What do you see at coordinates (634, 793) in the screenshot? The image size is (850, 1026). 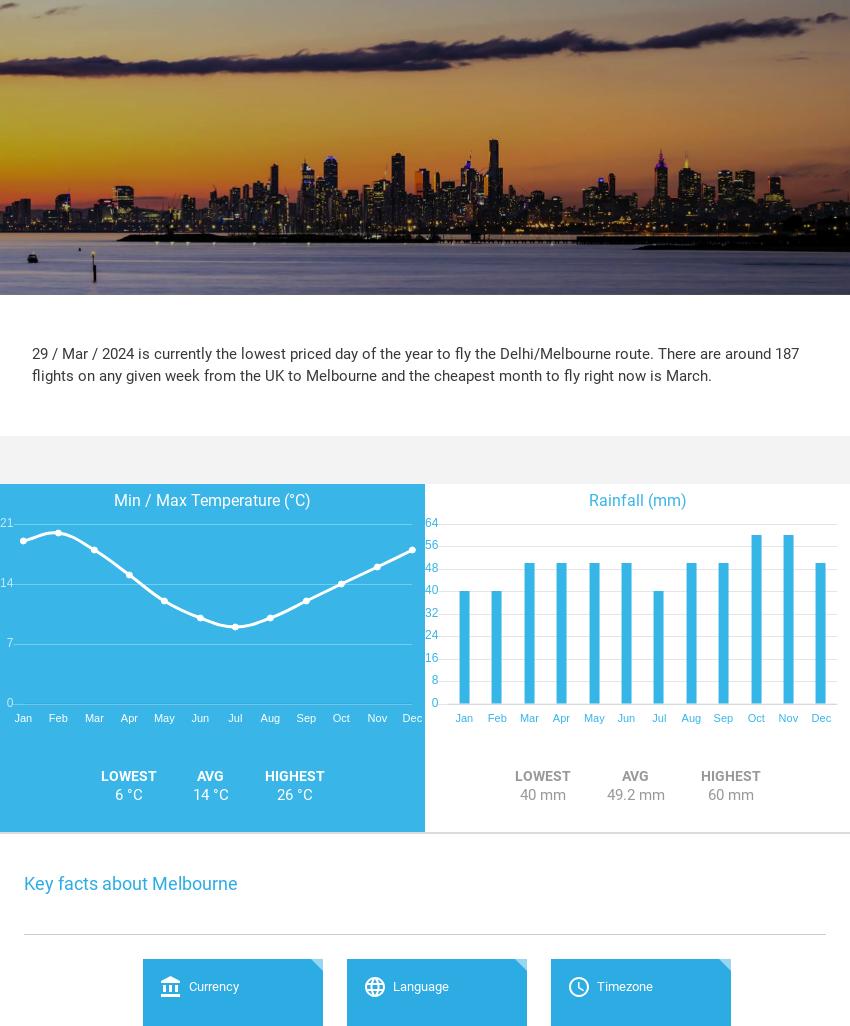 I see `'49.2 mm'` at bounding box center [634, 793].